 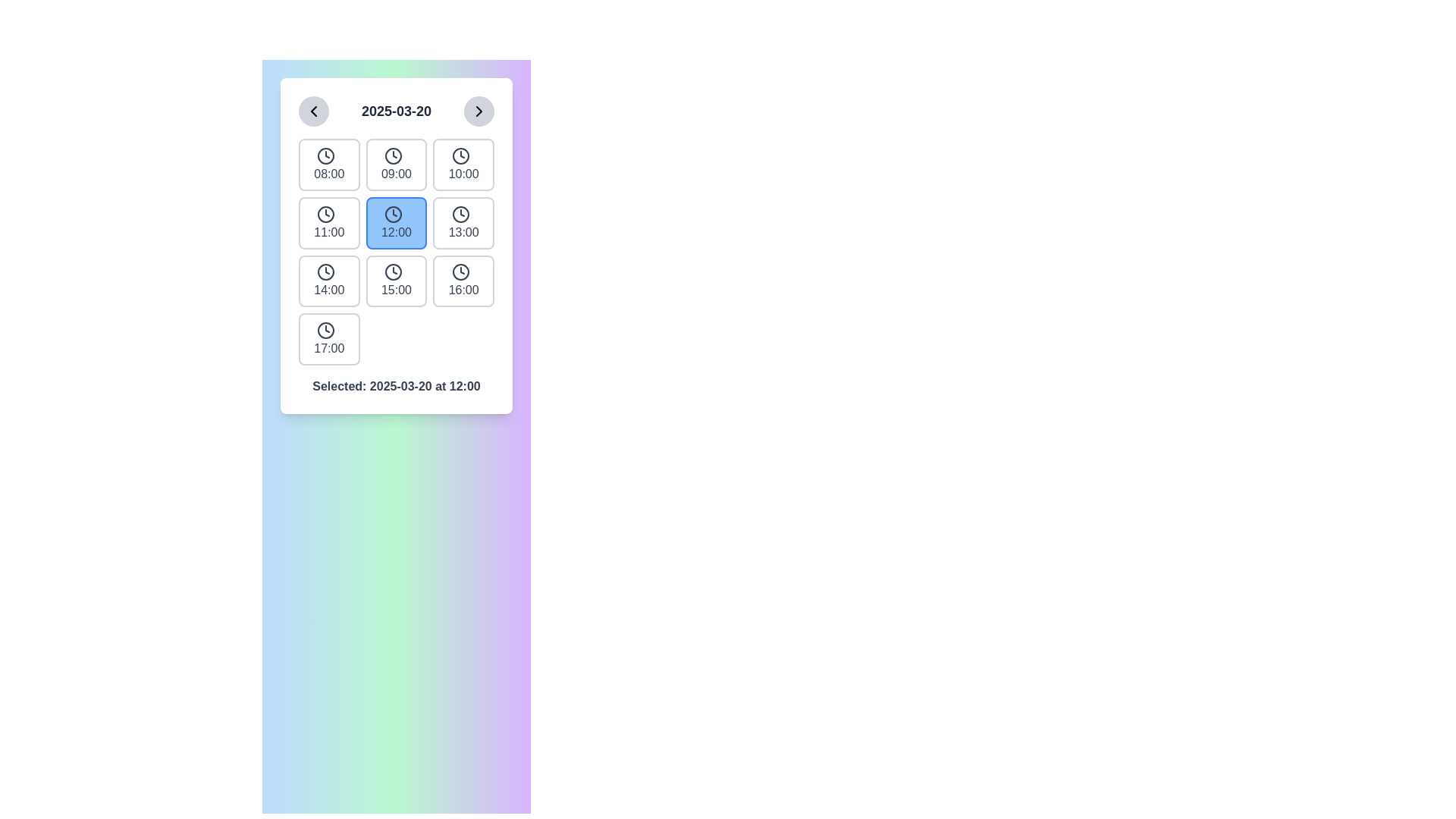 I want to click on the Decorative clock icon (SVG) located inside the '09:00' button entry, which visually represents a clock alongside the time, so click(x=393, y=155).